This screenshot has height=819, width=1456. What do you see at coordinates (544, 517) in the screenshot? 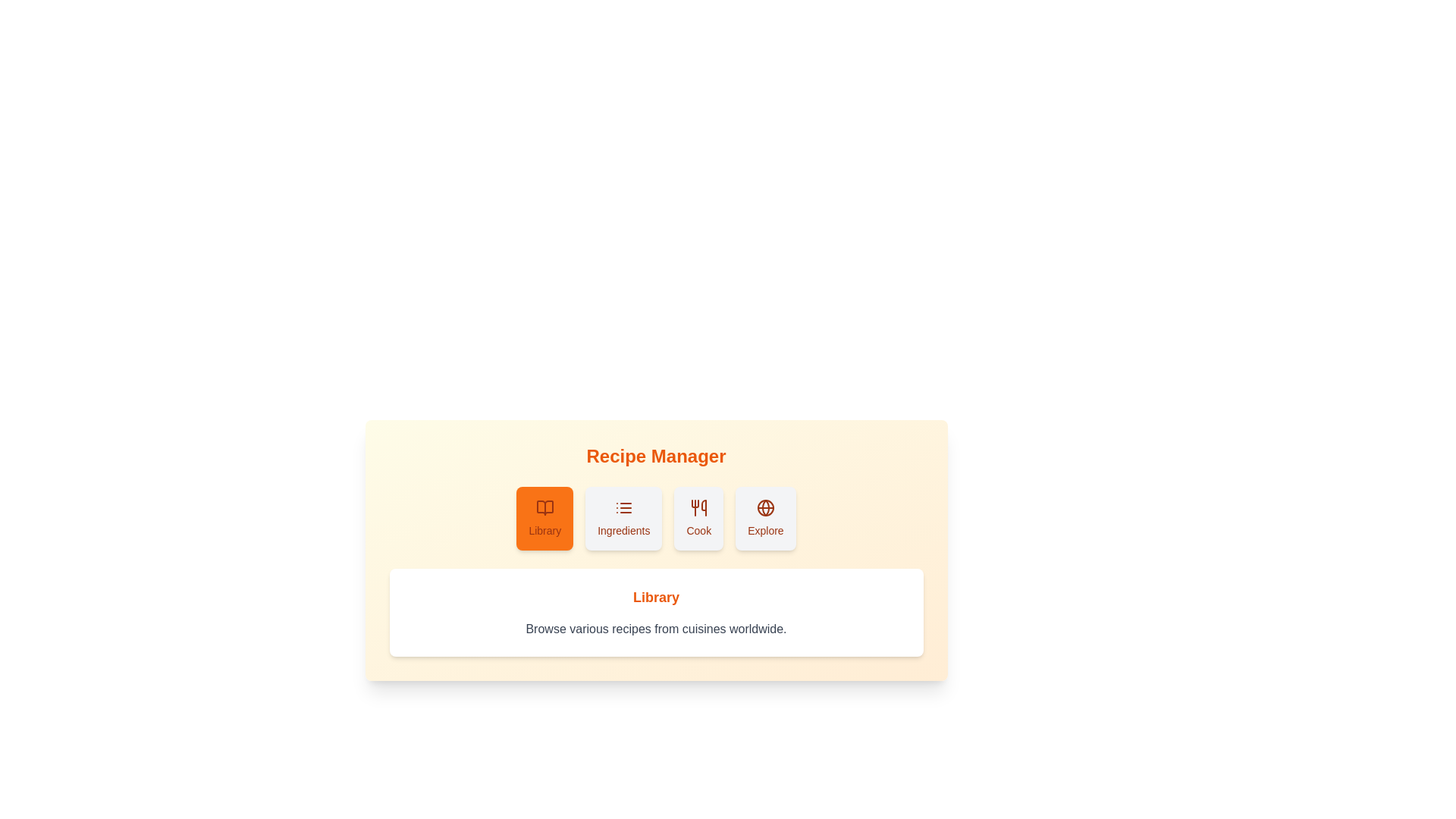
I see `the Library tab in the RecipeCollection component` at bounding box center [544, 517].